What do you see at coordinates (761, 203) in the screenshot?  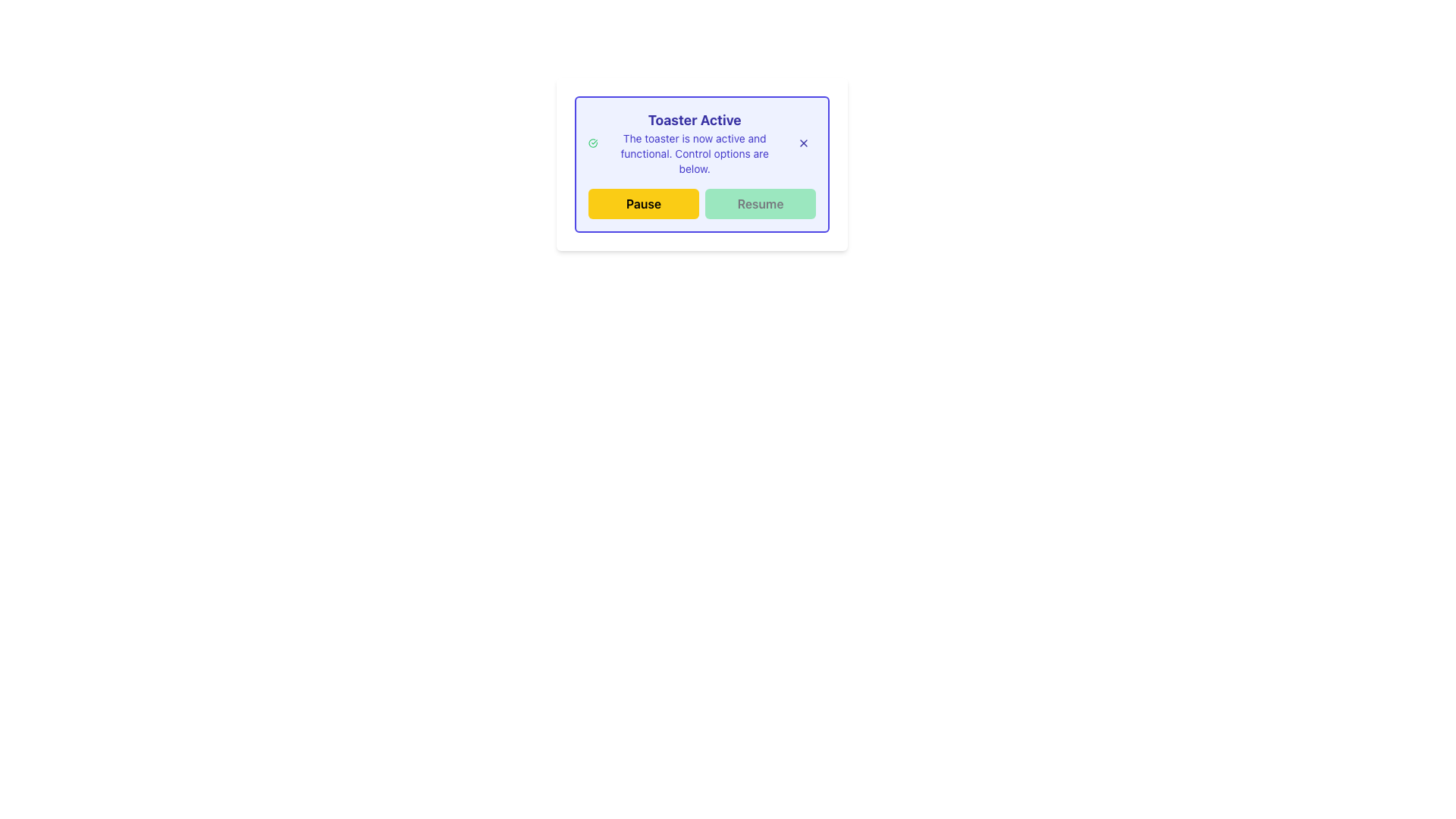 I see `the resume button located on the right side of the pair of horizontally-aligned buttons to activate the hover effect` at bounding box center [761, 203].